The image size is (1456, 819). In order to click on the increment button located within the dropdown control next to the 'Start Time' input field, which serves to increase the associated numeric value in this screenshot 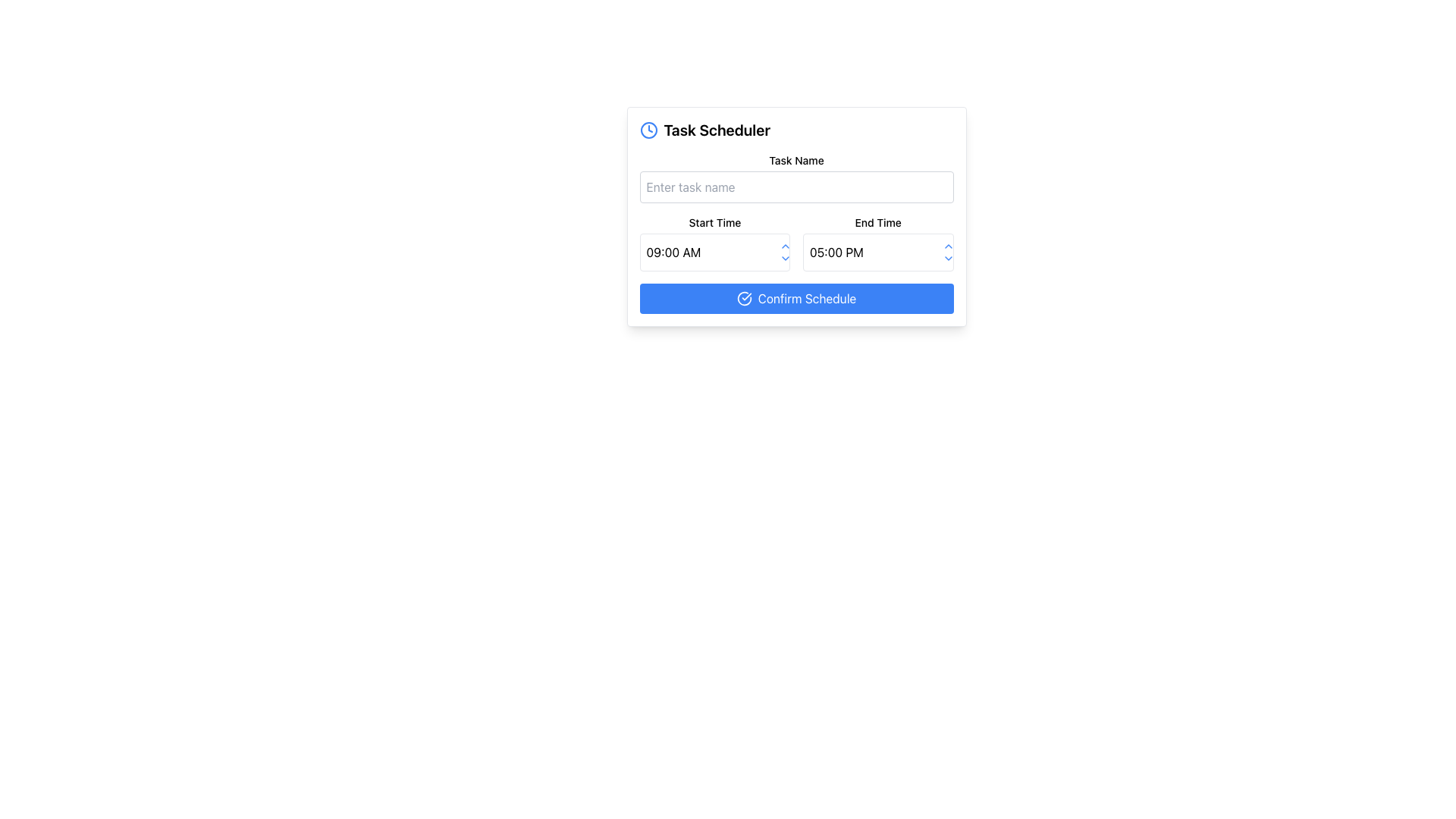, I will do `click(785, 245)`.